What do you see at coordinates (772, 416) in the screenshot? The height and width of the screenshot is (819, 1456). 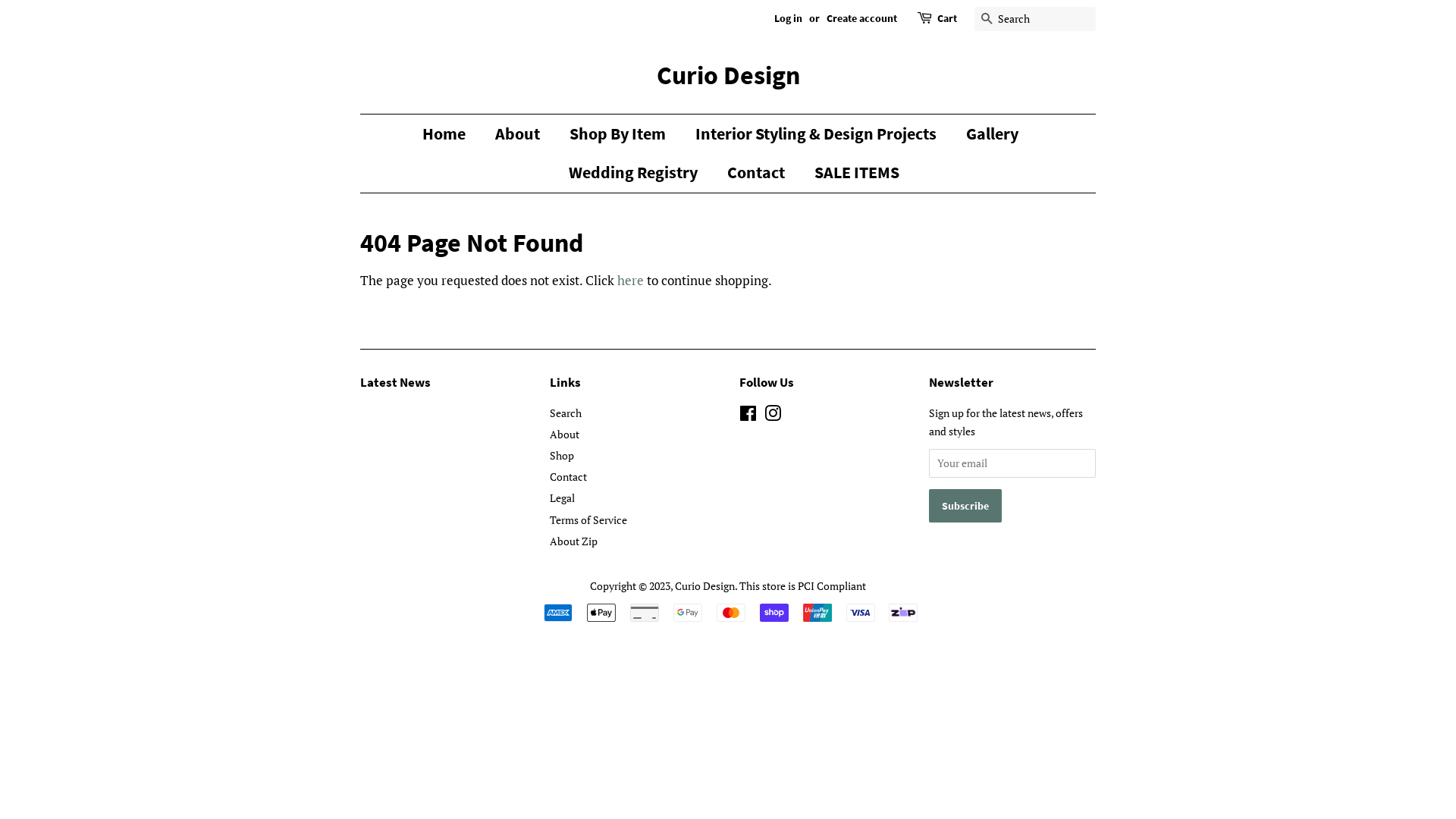 I see `'Instagram'` at bounding box center [772, 416].